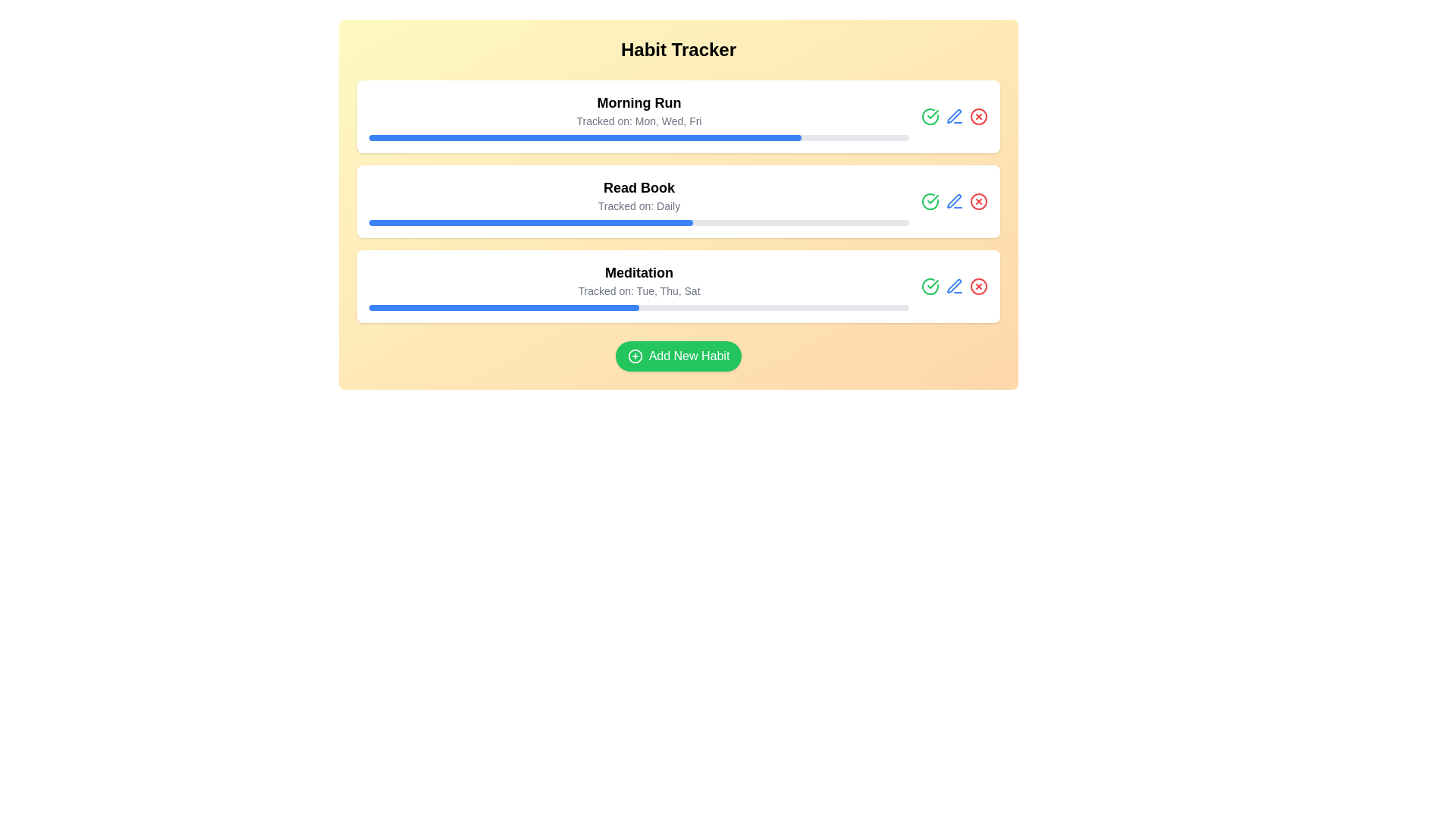 Image resolution: width=1456 pixels, height=819 pixels. Describe the element at coordinates (446, 222) in the screenshot. I see `the progress bar` at that location.